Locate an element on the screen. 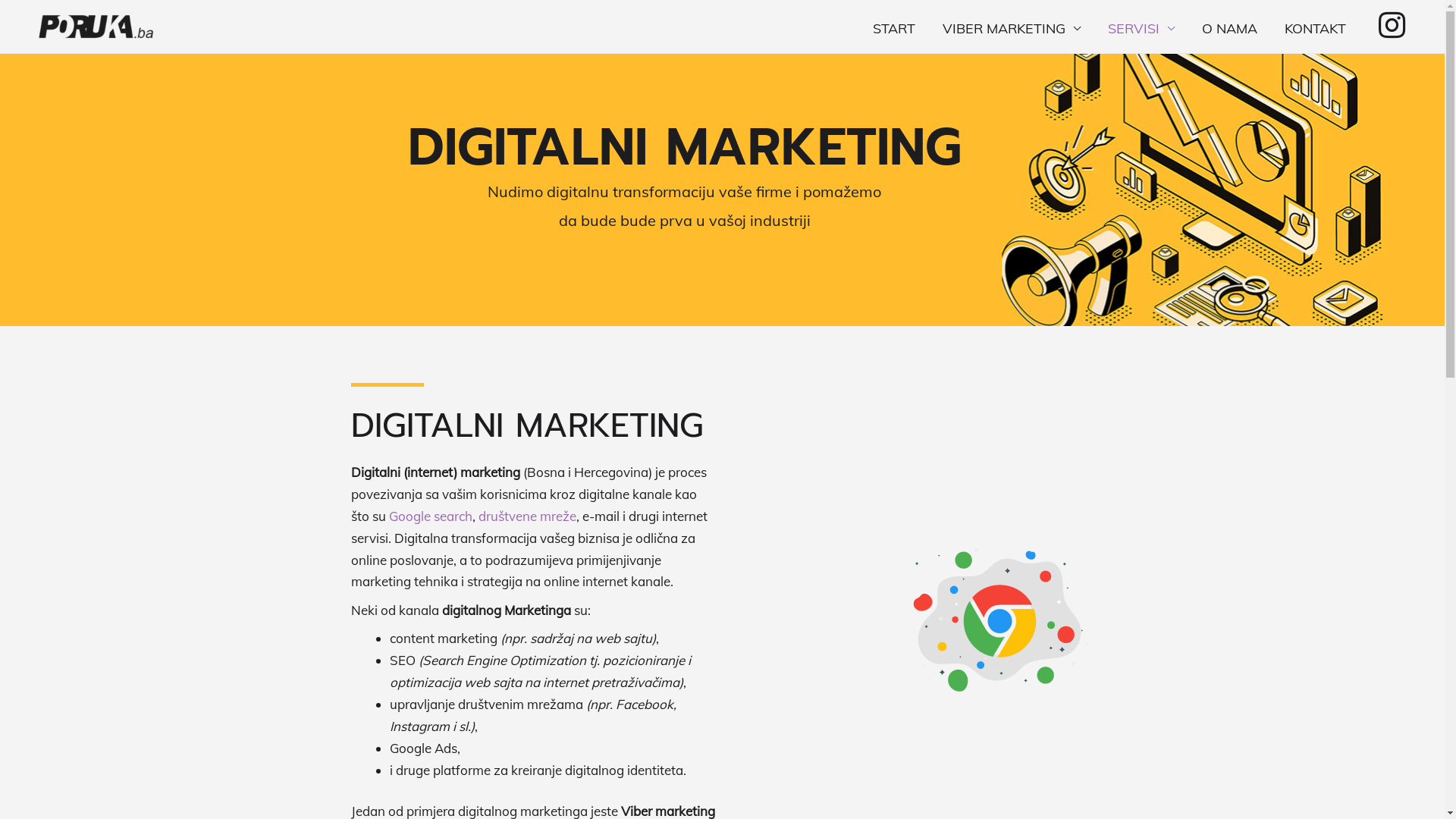 This screenshot has height=819, width=1456. 'START' is located at coordinates (893, 28).